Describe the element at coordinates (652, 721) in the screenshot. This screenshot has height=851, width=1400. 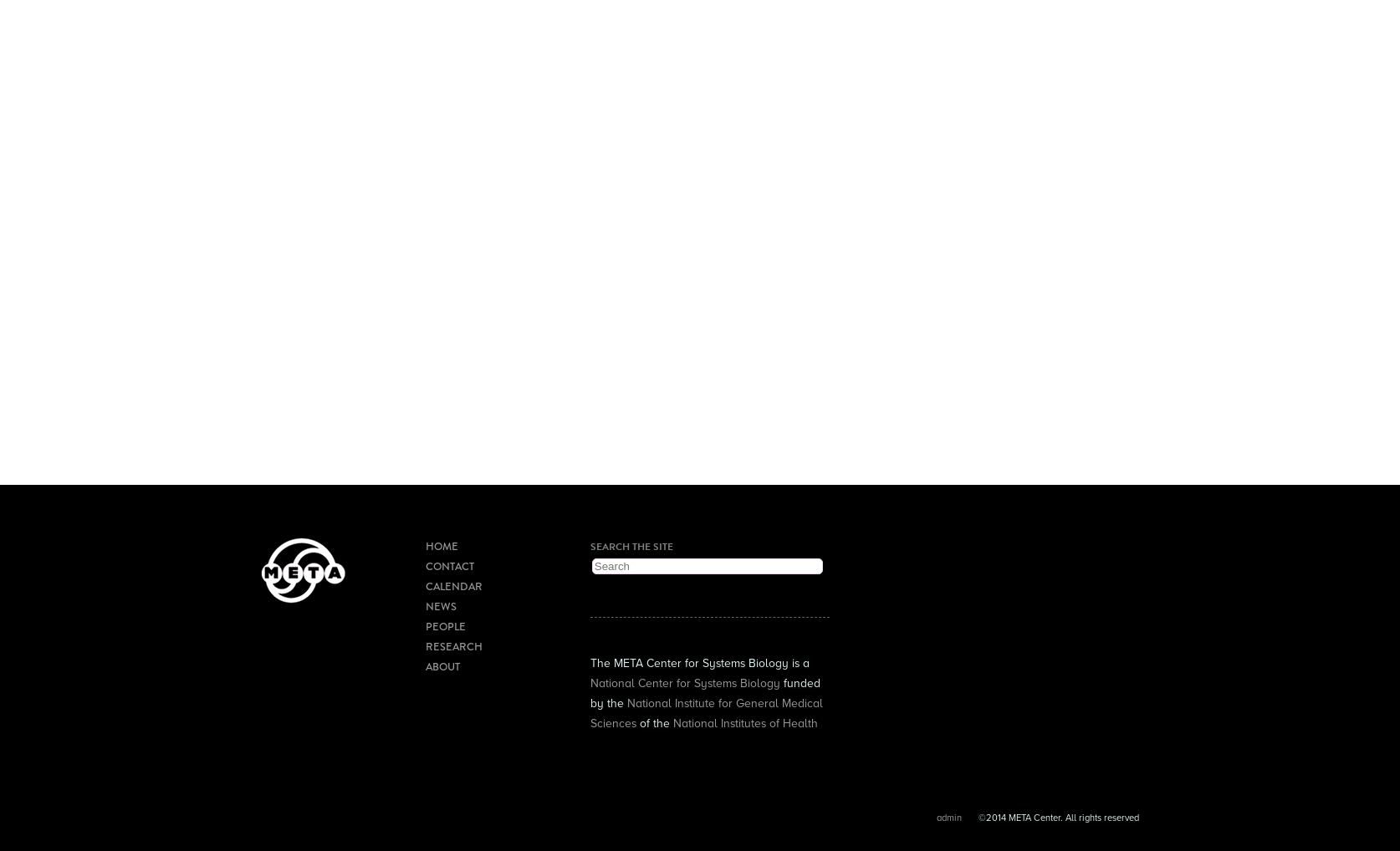
I see `'of the'` at that location.